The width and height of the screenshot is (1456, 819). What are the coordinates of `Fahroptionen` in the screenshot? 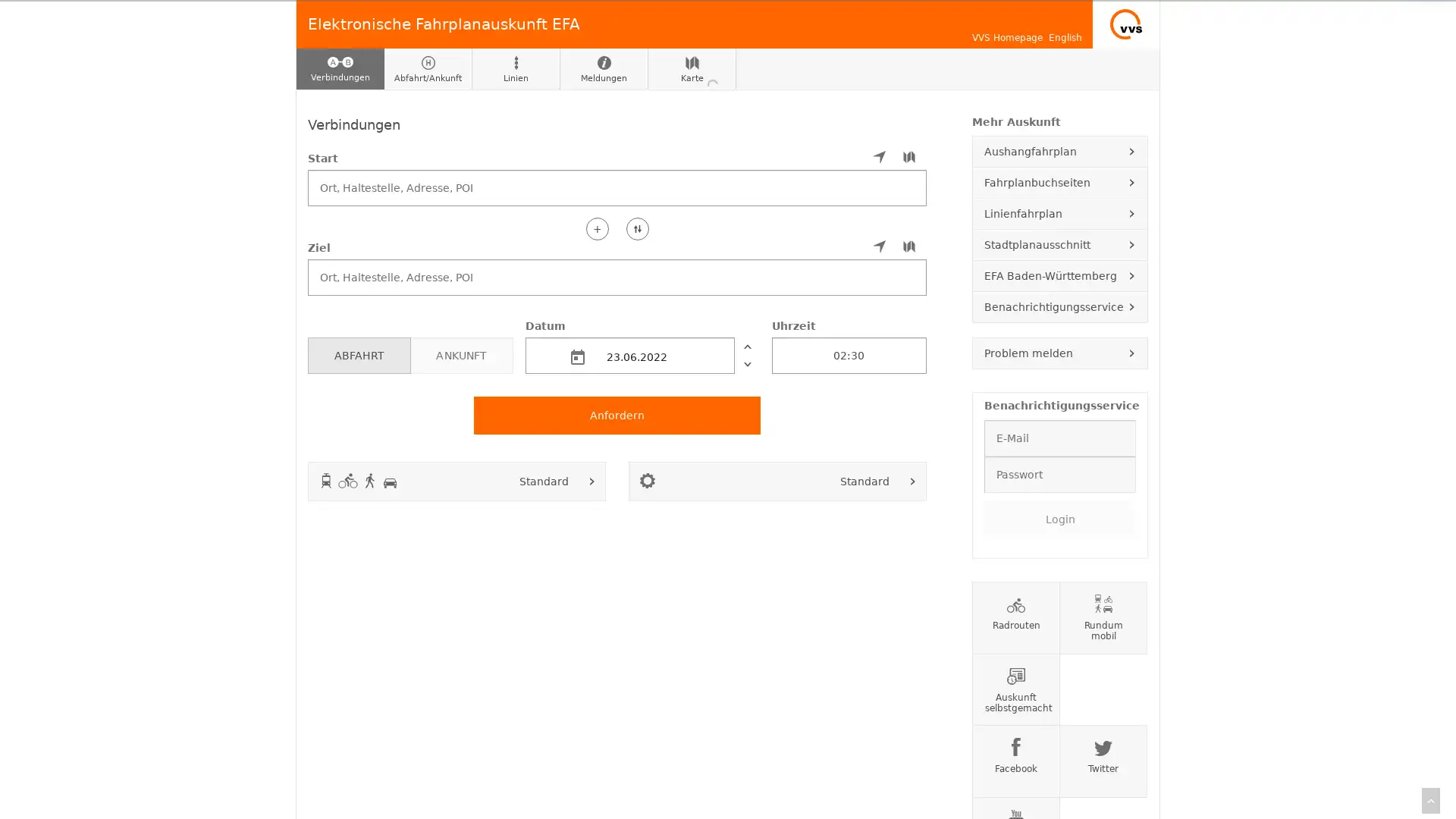 It's located at (912, 480).